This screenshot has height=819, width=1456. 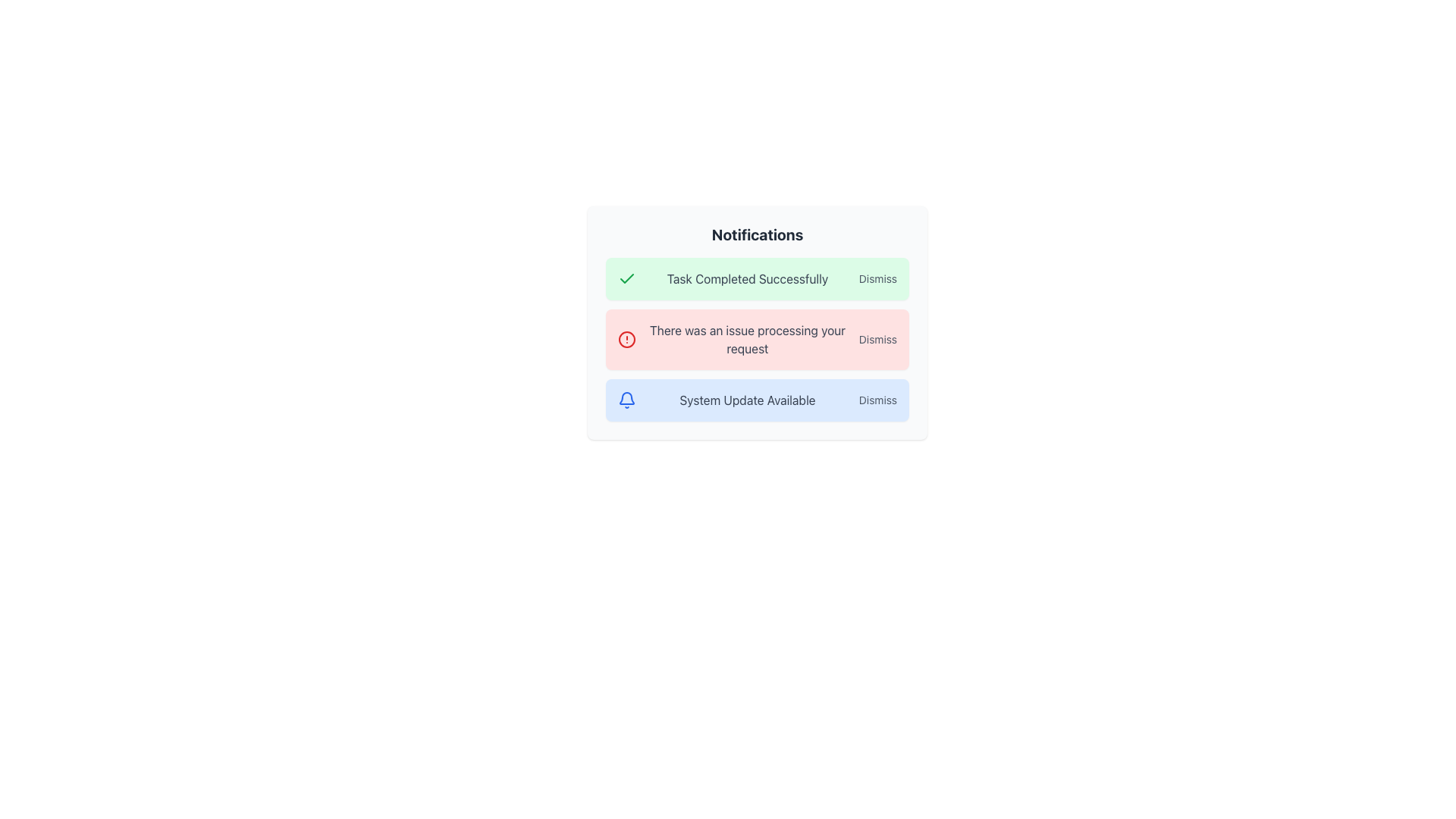 What do you see at coordinates (877, 278) in the screenshot?
I see `the dismiss button located at the end of the first notification card, to the right of the text 'Task Completed Successfully'` at bounding box center [877, 278].